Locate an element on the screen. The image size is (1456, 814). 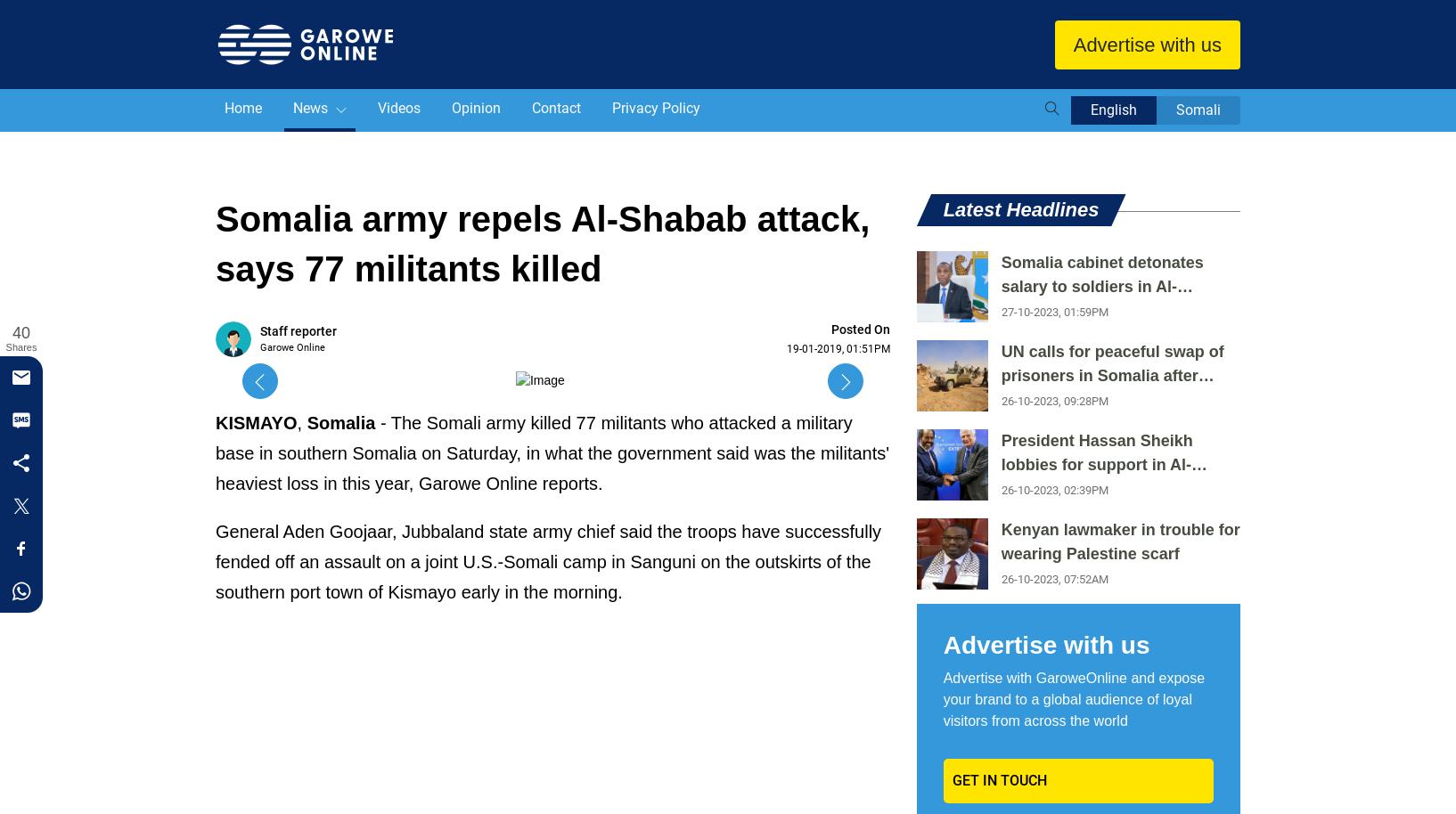
'Privacy Policy' is located at coordinates (656, 108).